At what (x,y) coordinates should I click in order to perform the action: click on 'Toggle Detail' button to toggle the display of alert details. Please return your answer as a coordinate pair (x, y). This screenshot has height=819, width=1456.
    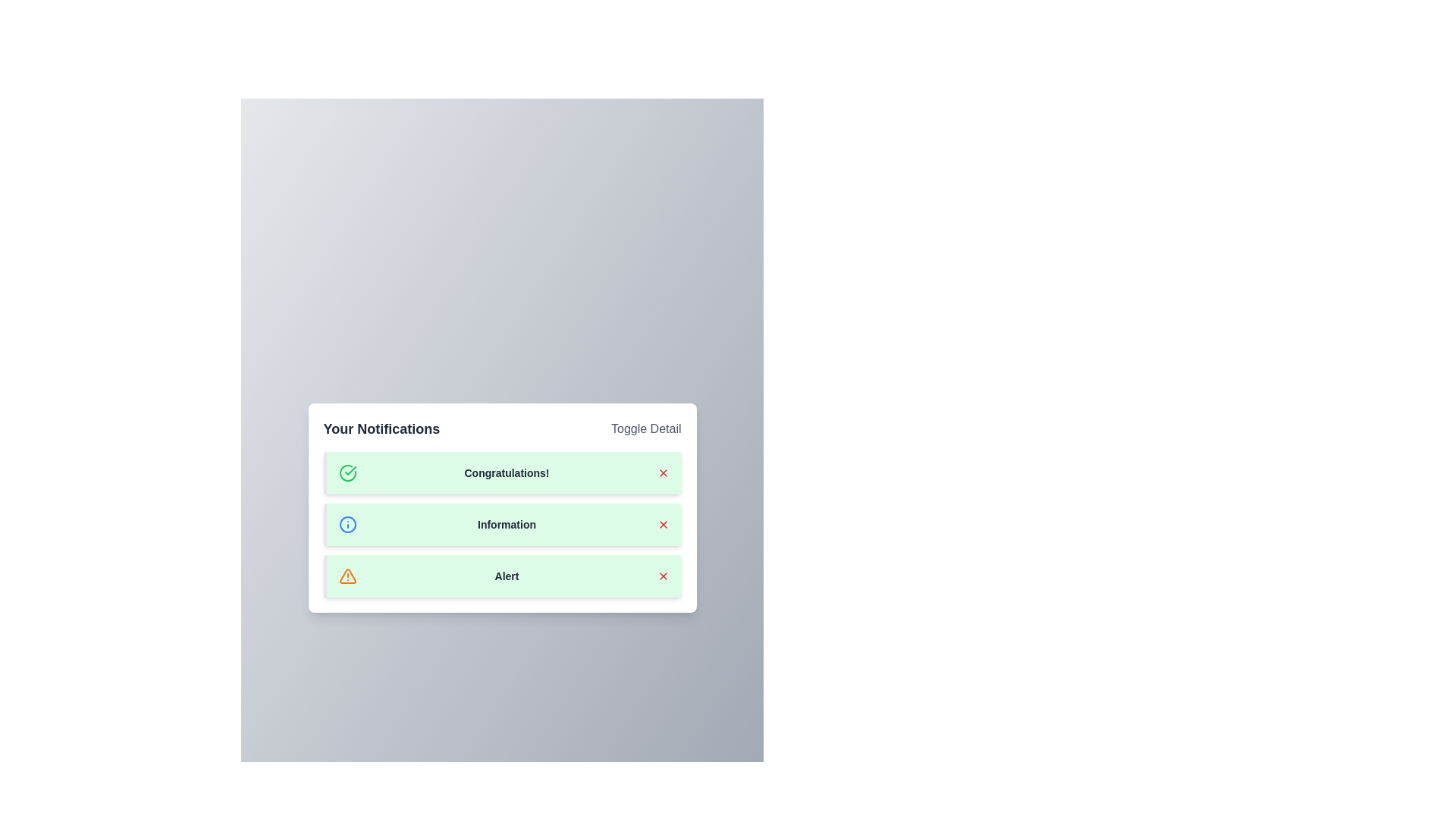
    Looking at the image, I should click on (645, 429).